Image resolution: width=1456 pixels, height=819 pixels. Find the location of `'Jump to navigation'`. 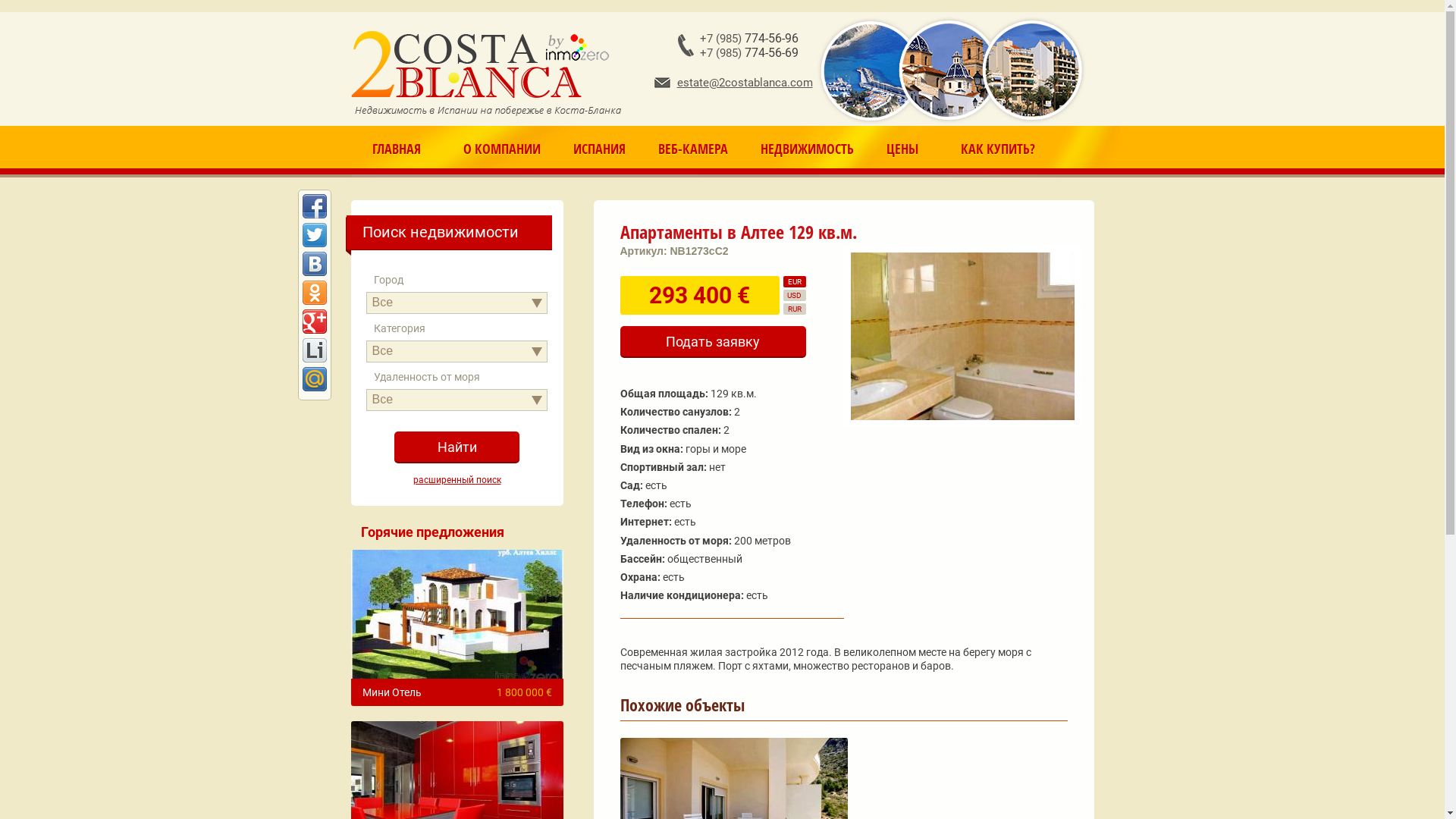

'Jump to navigation' is located at coordinates (721, 2).